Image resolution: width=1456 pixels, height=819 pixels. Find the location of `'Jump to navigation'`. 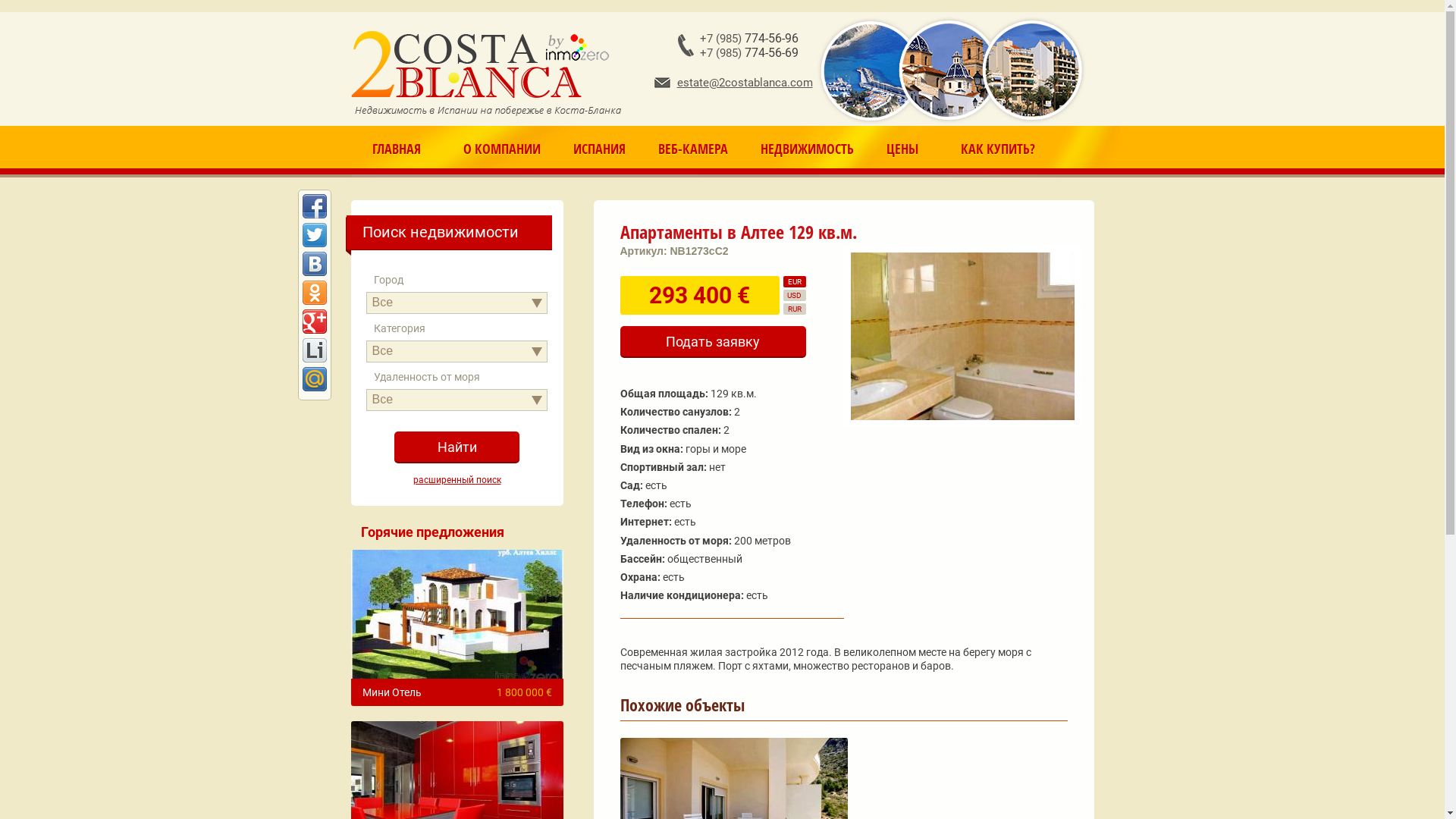

'Jump to navigation' is located at coordinates (721, 2).